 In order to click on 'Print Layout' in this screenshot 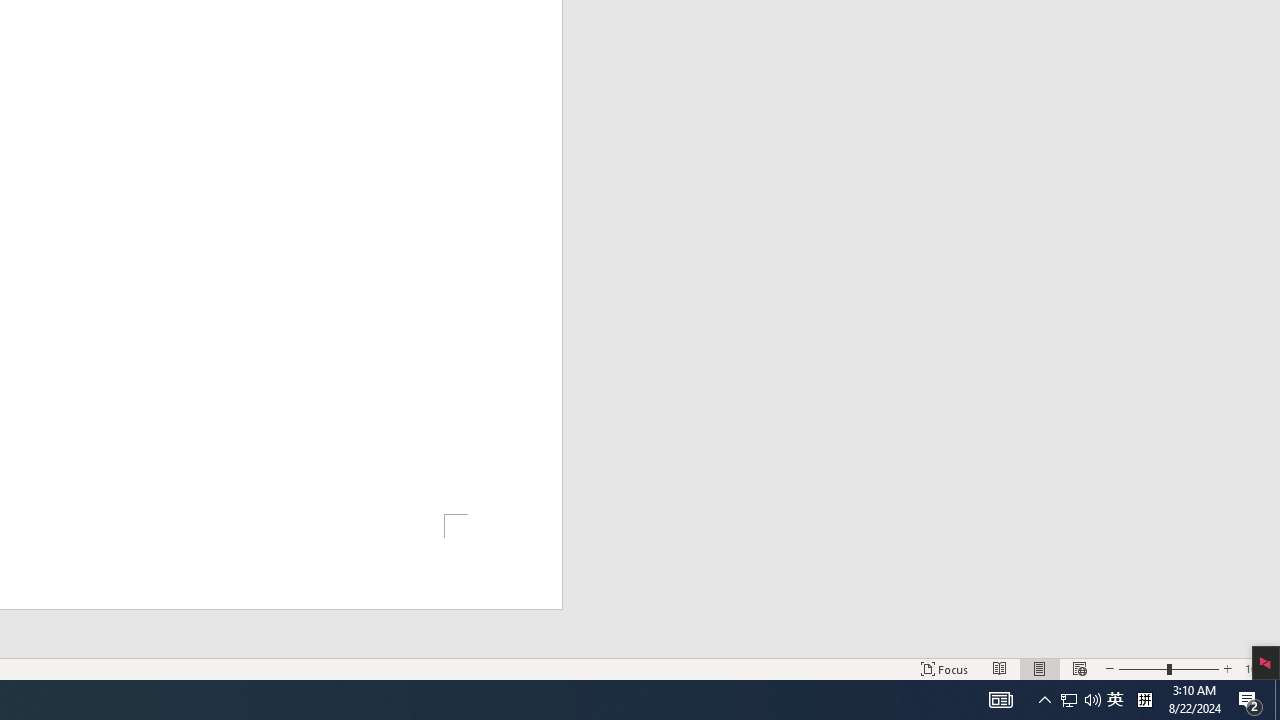, I will do `click(1040, 669)`.